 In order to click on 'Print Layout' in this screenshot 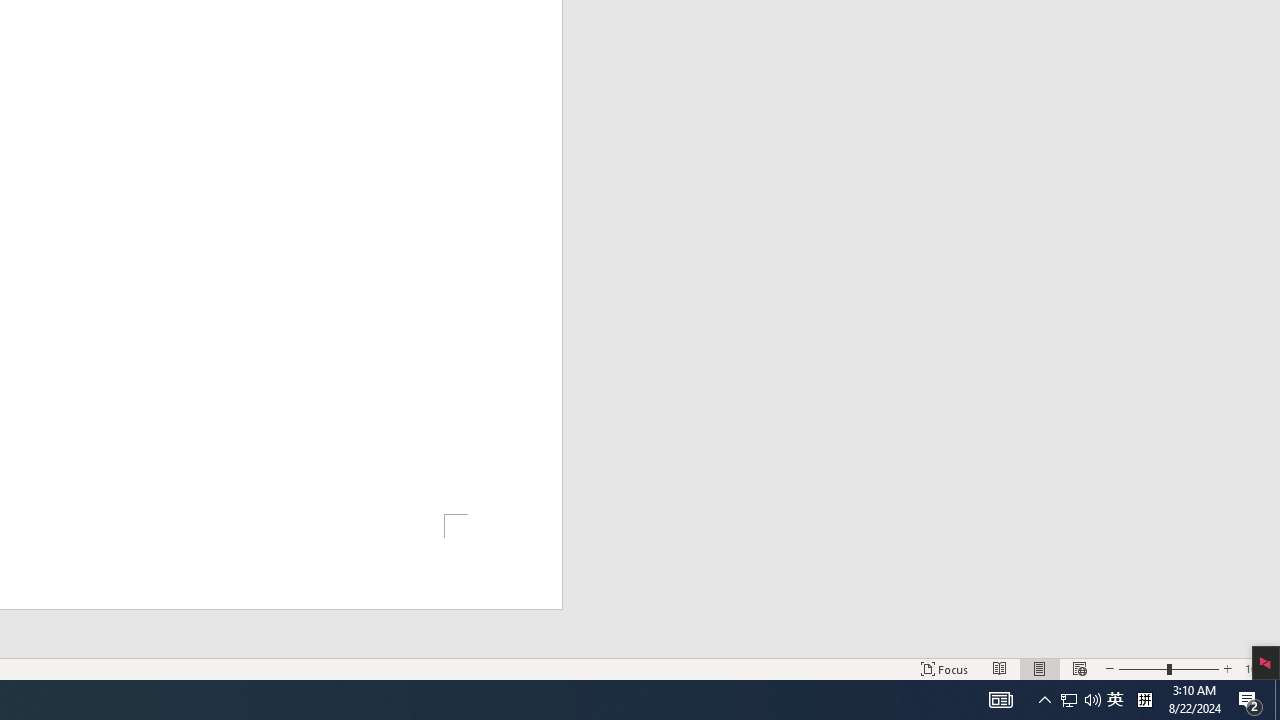, I will do `click(1040, 669)`.